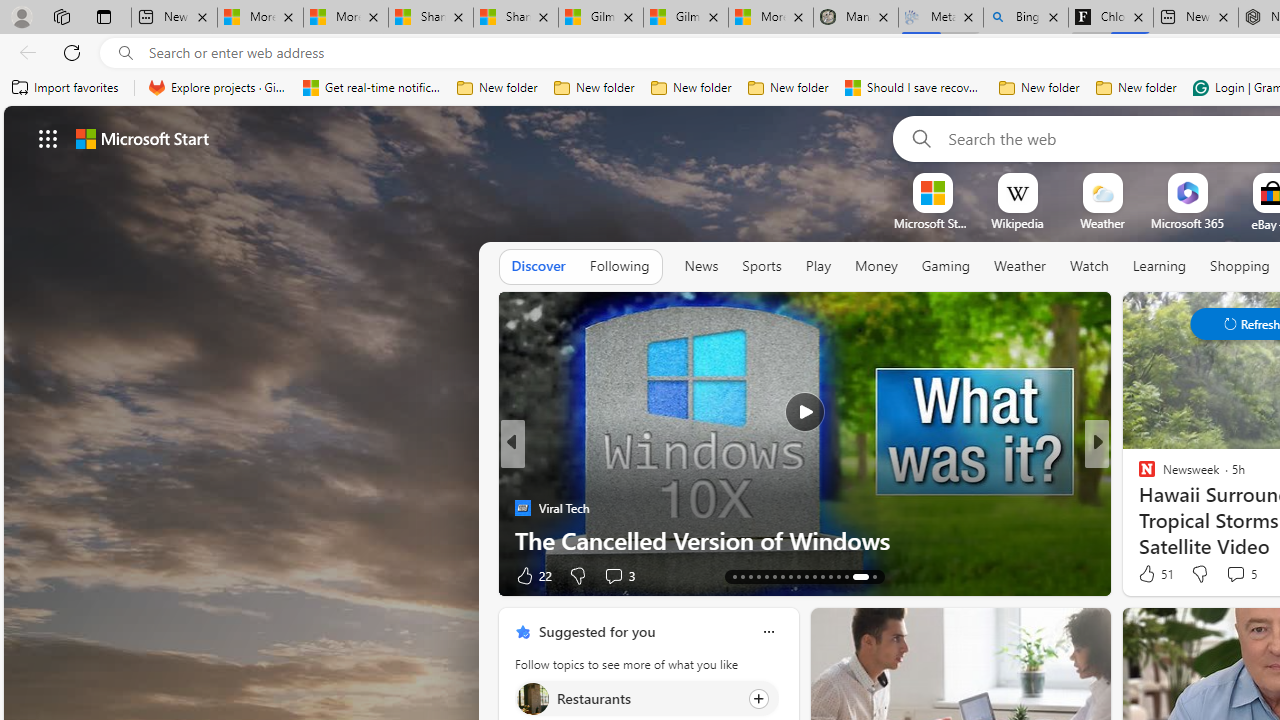  I want to click on 'Wikipedia', so click(1017, 223).